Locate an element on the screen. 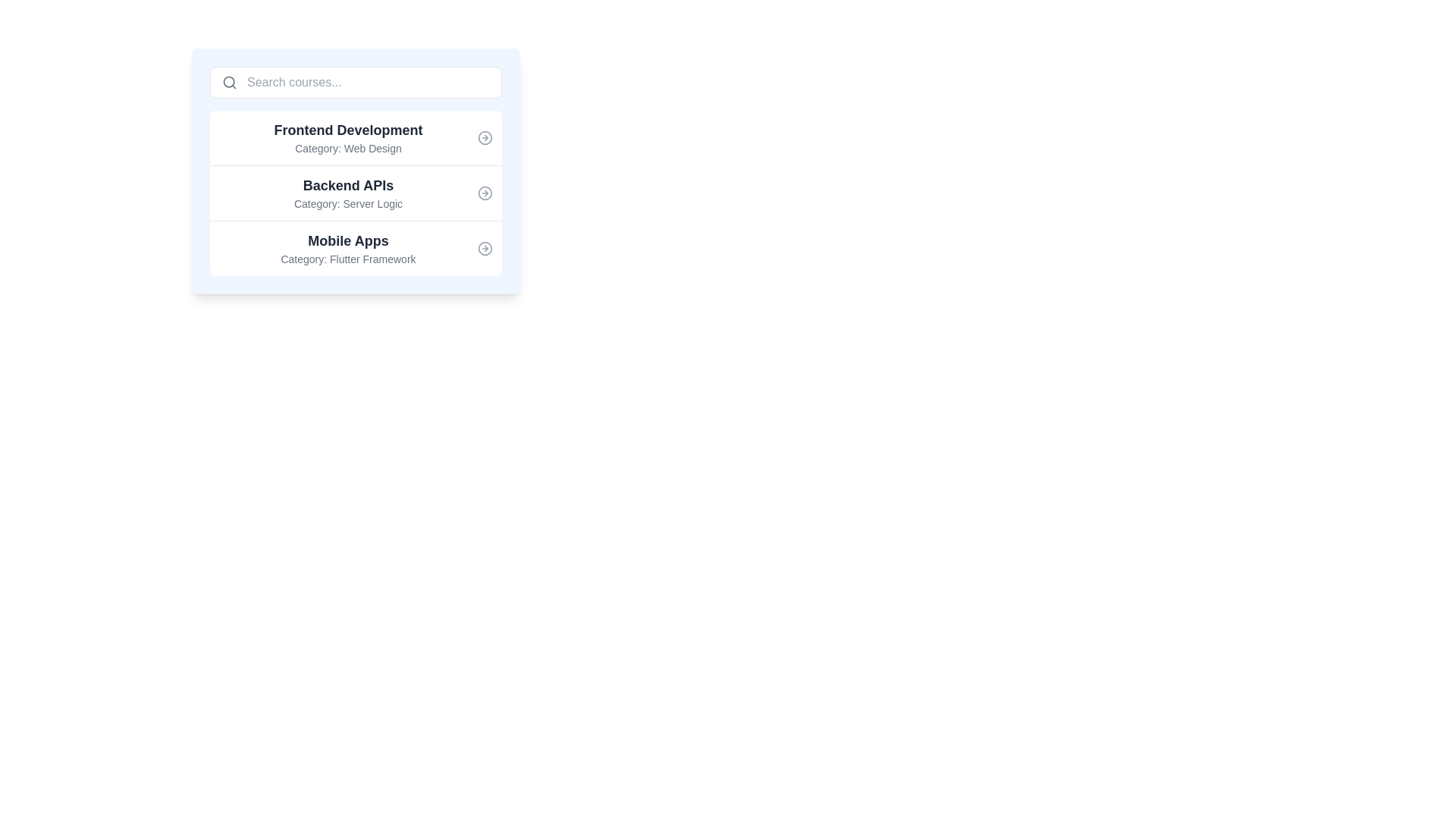 The height and width of the screenshot is (819, 1456). the detailed page about 'Backend APIs' by clicking on the light blue card that lists 'Backend APIs' in the middle section is located at coordinates (355, 171).